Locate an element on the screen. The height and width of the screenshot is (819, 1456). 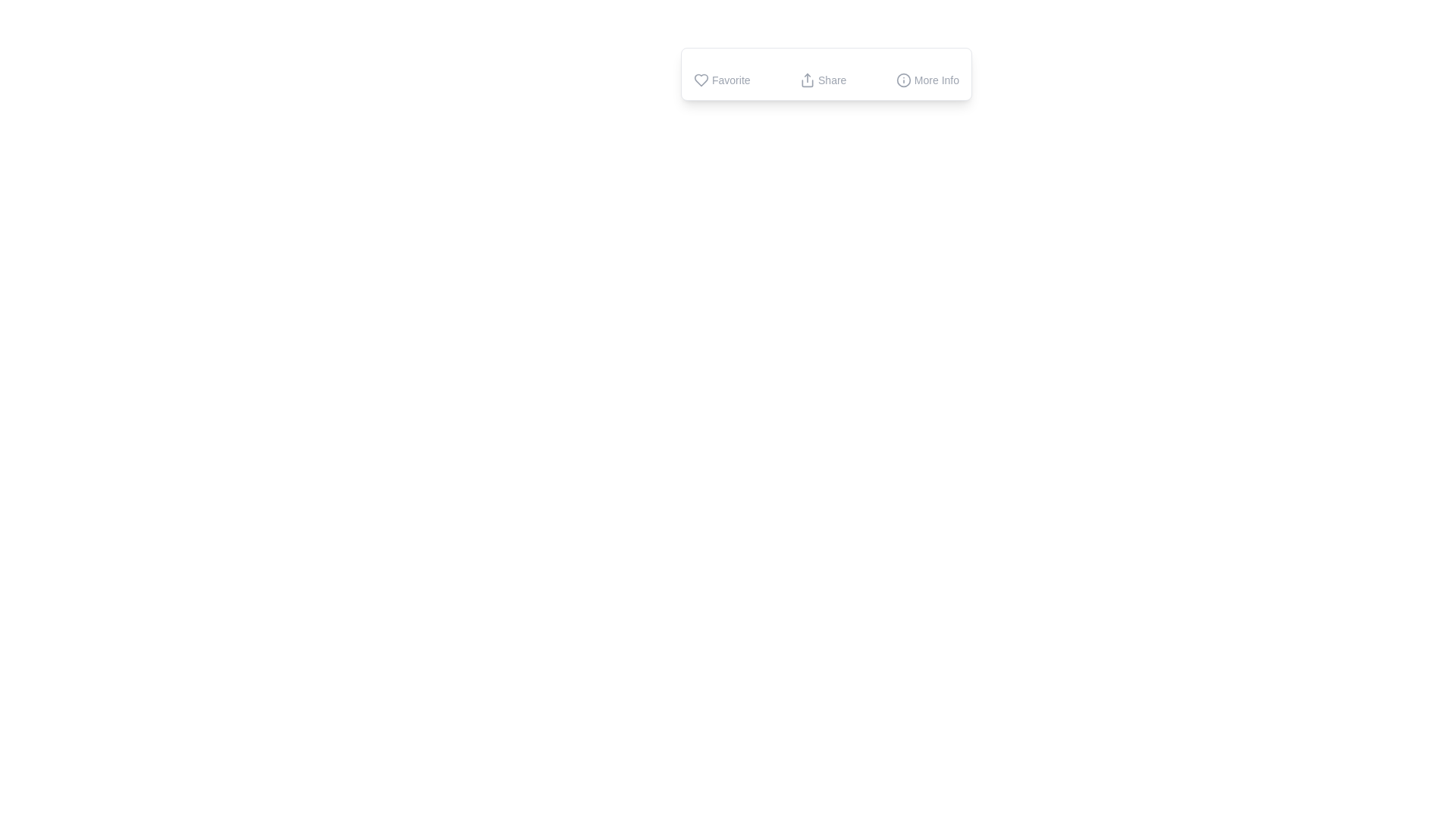
the heart-shaped icon, which is outlined with a thin gray stroke and located to the left of the 'Favorite' label is located at coordinates (701, 80).